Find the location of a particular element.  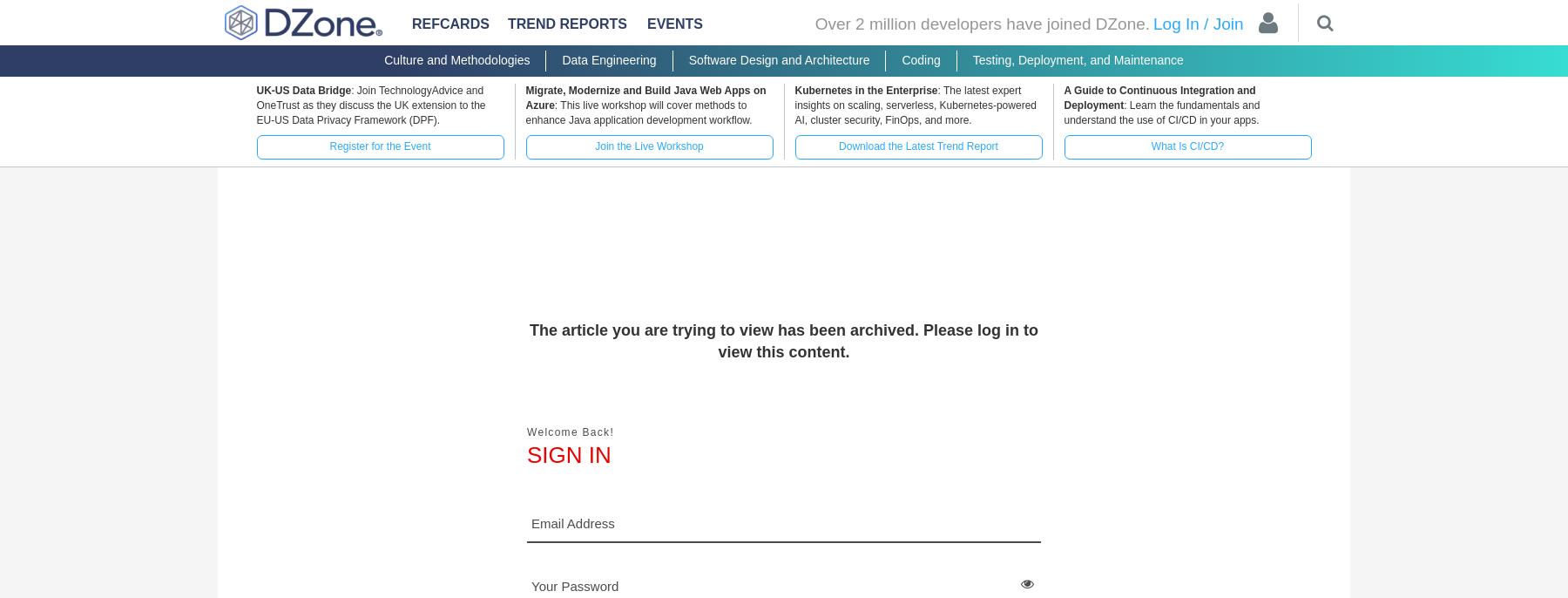

': This live workshop will cover methods to enhance Java application development workflow.' is located at coordinates (637, 112).